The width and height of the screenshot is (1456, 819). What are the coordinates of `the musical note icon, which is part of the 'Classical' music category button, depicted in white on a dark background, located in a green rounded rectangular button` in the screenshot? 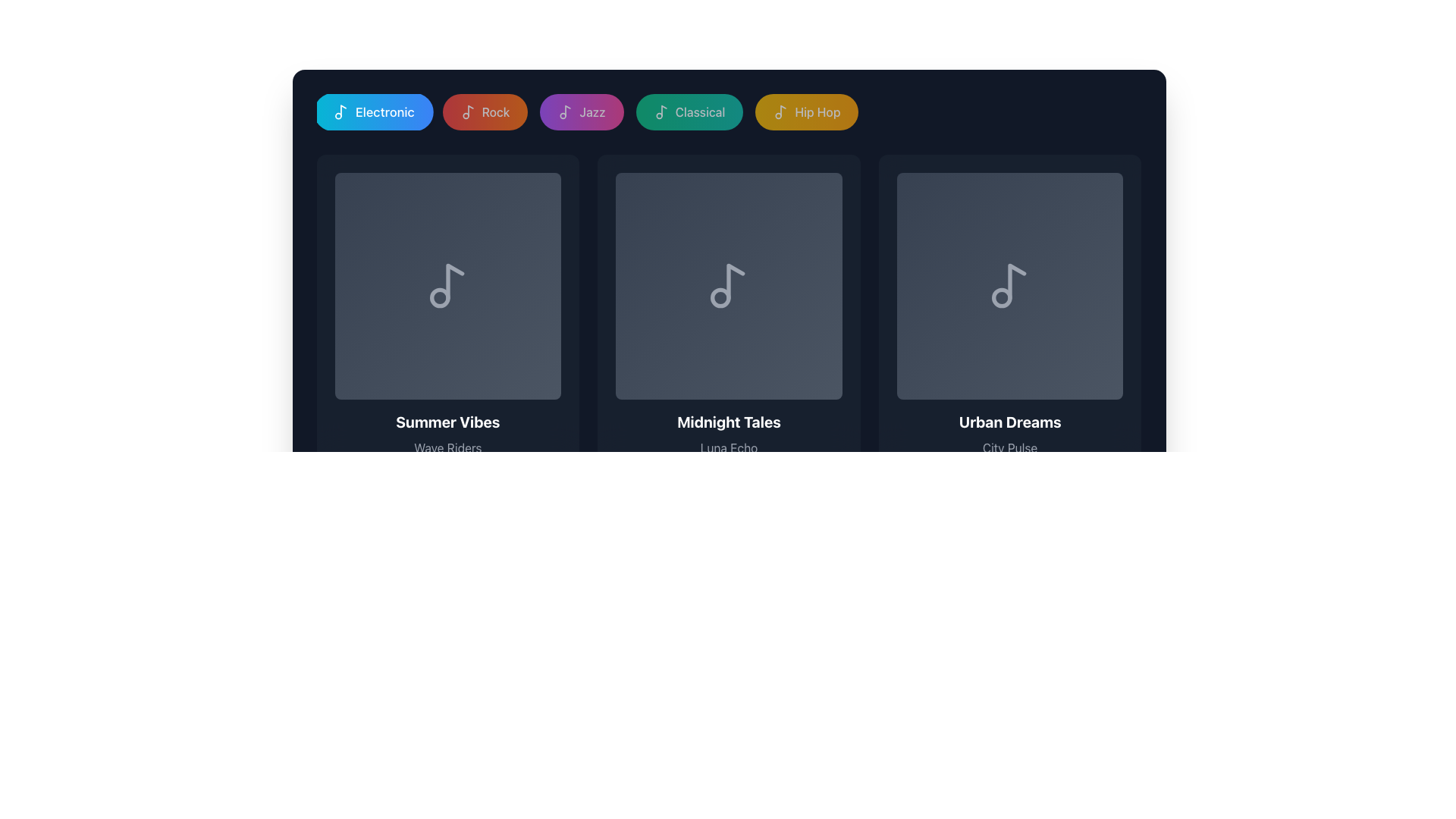 It's located at (664, 110).